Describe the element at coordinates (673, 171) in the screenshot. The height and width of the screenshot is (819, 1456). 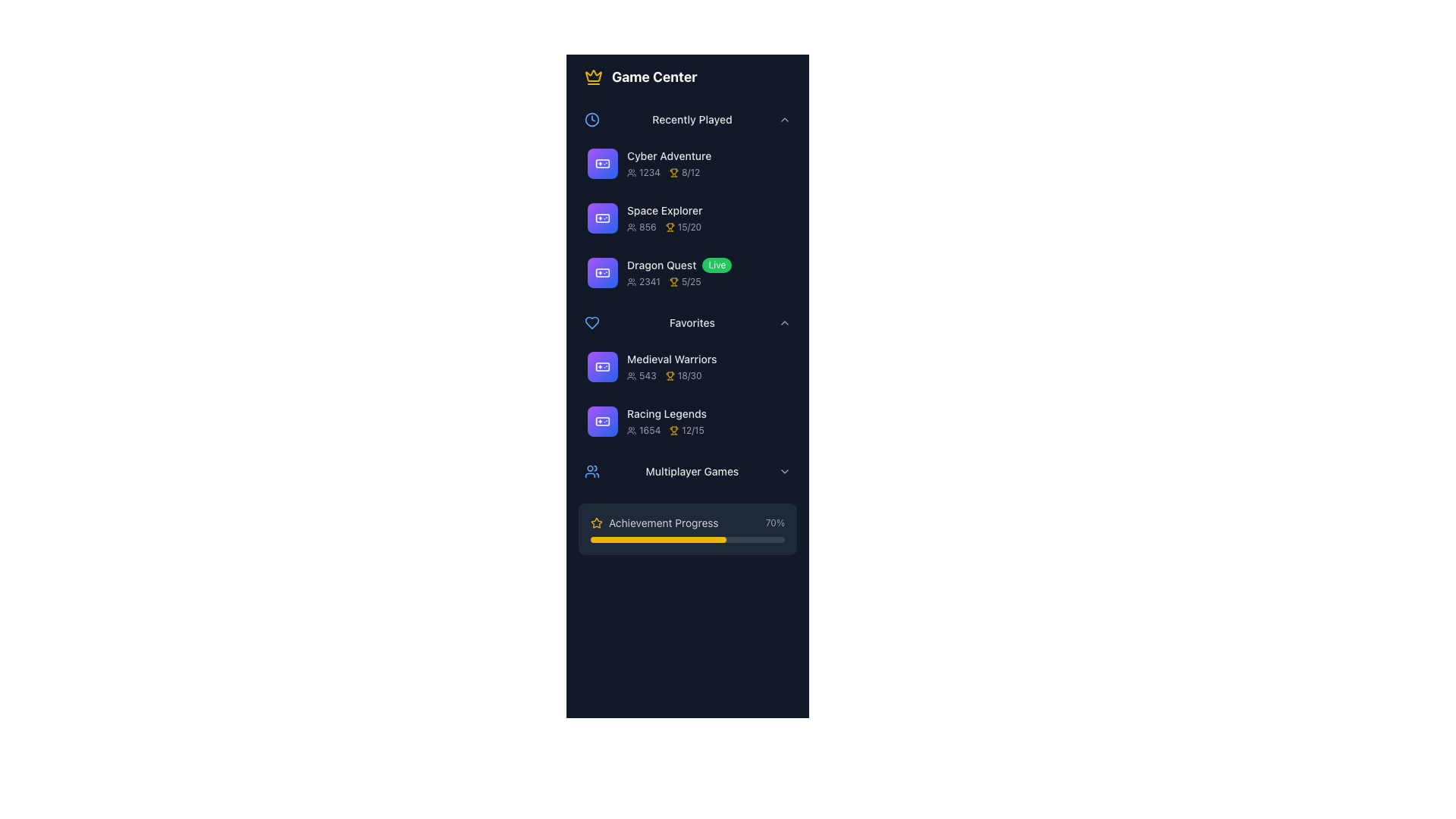
I see `the achievement trophy icon located to the right of 'Cyber Adventure' and before '8/12' in the 'Recently Played' section` at that location.